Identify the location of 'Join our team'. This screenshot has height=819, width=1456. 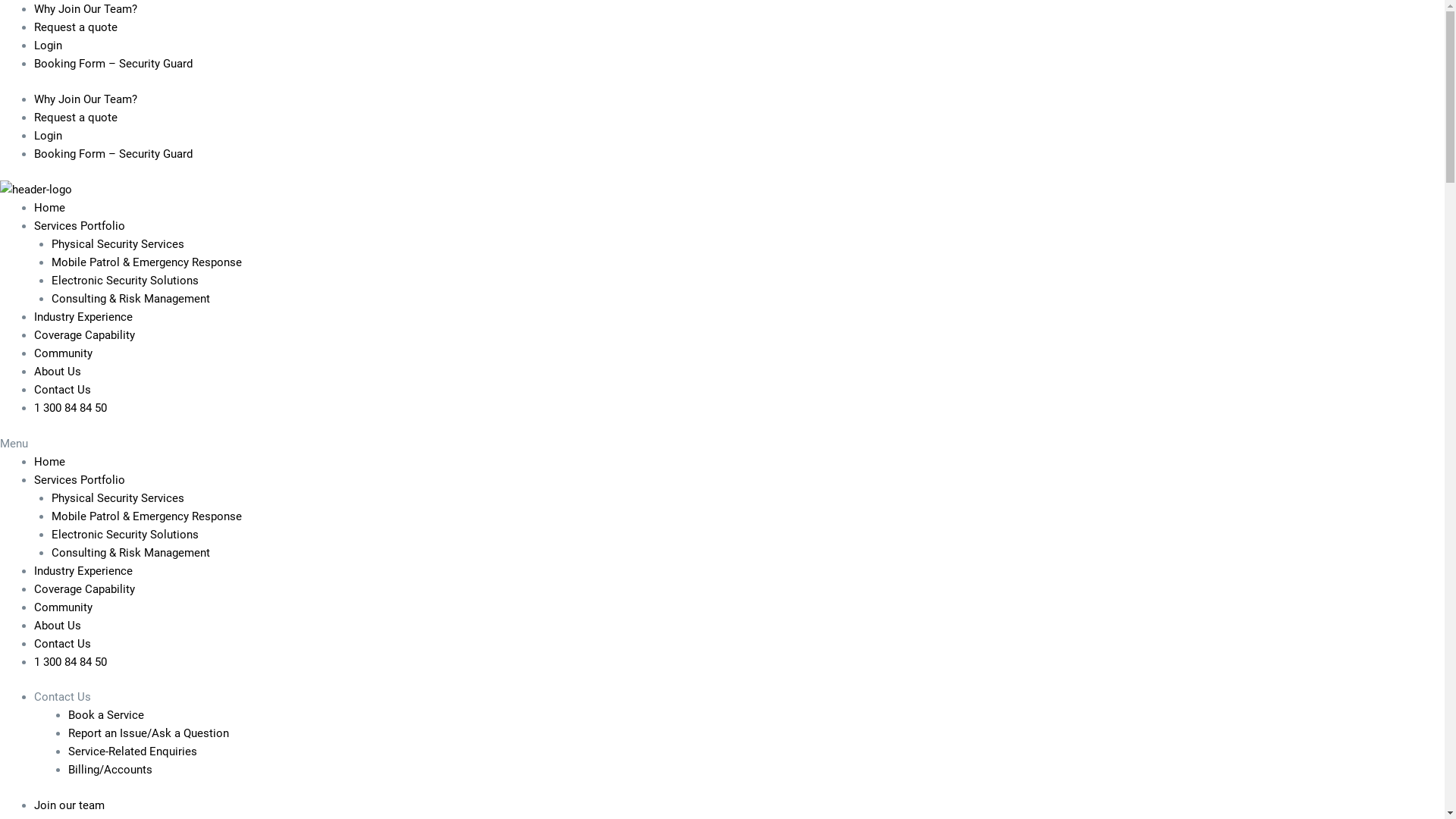
(68, 804).